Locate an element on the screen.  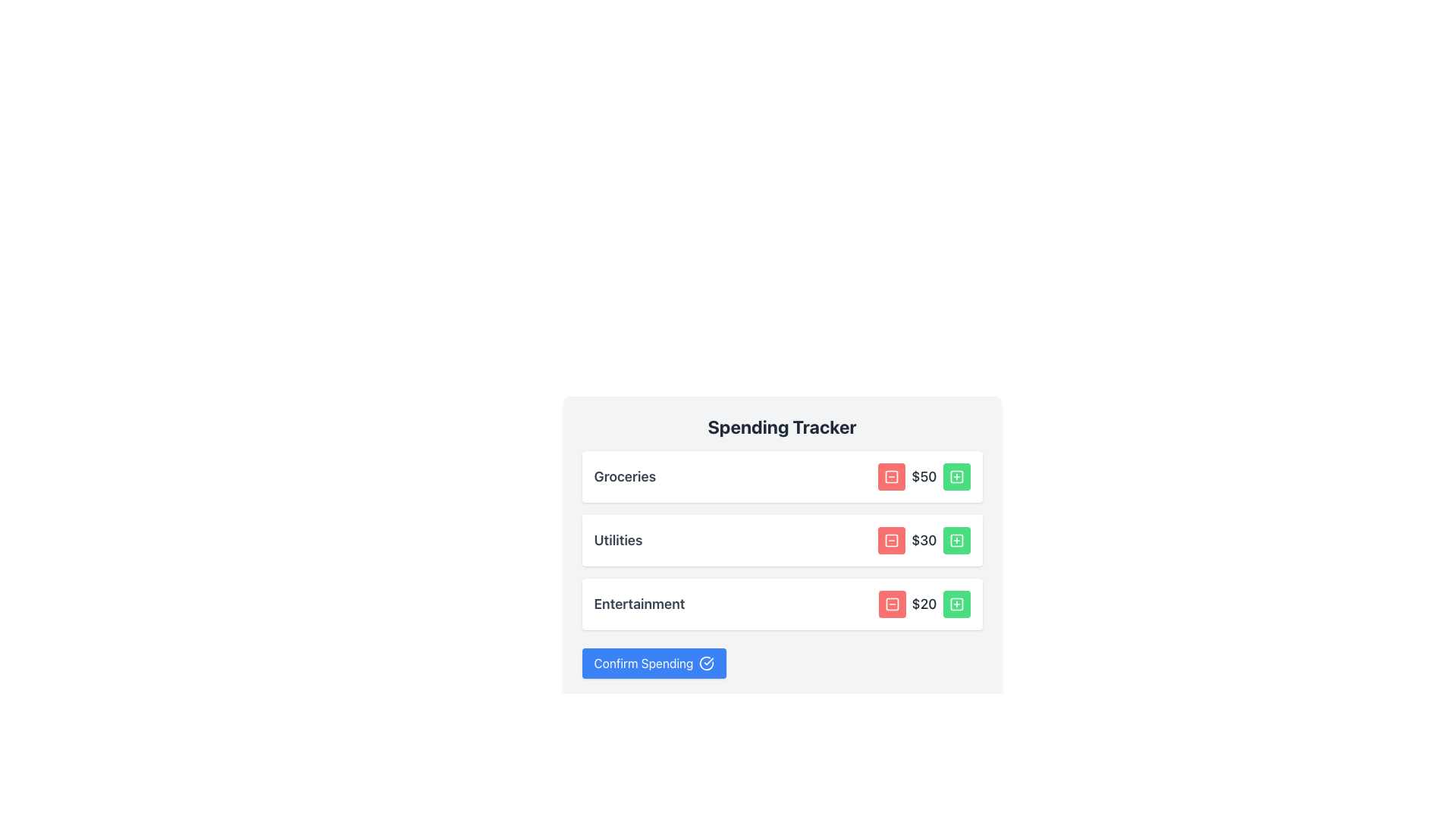
the button located in the spending tracker panel, aligned to the far right of the 'Utilities' row, to increase the value is located at coordinates (955, 540).